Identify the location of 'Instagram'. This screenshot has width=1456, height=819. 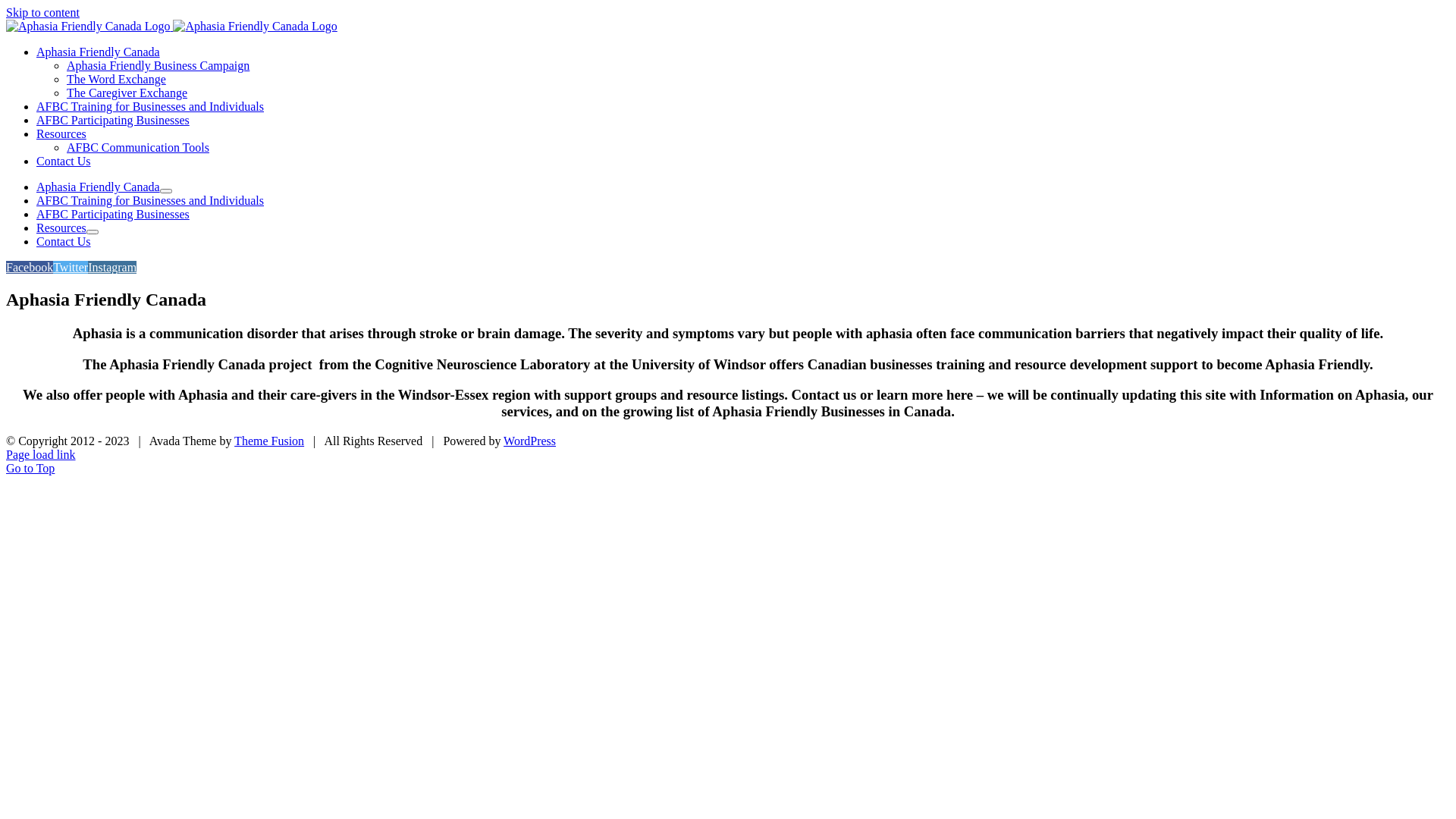
(111, 266).